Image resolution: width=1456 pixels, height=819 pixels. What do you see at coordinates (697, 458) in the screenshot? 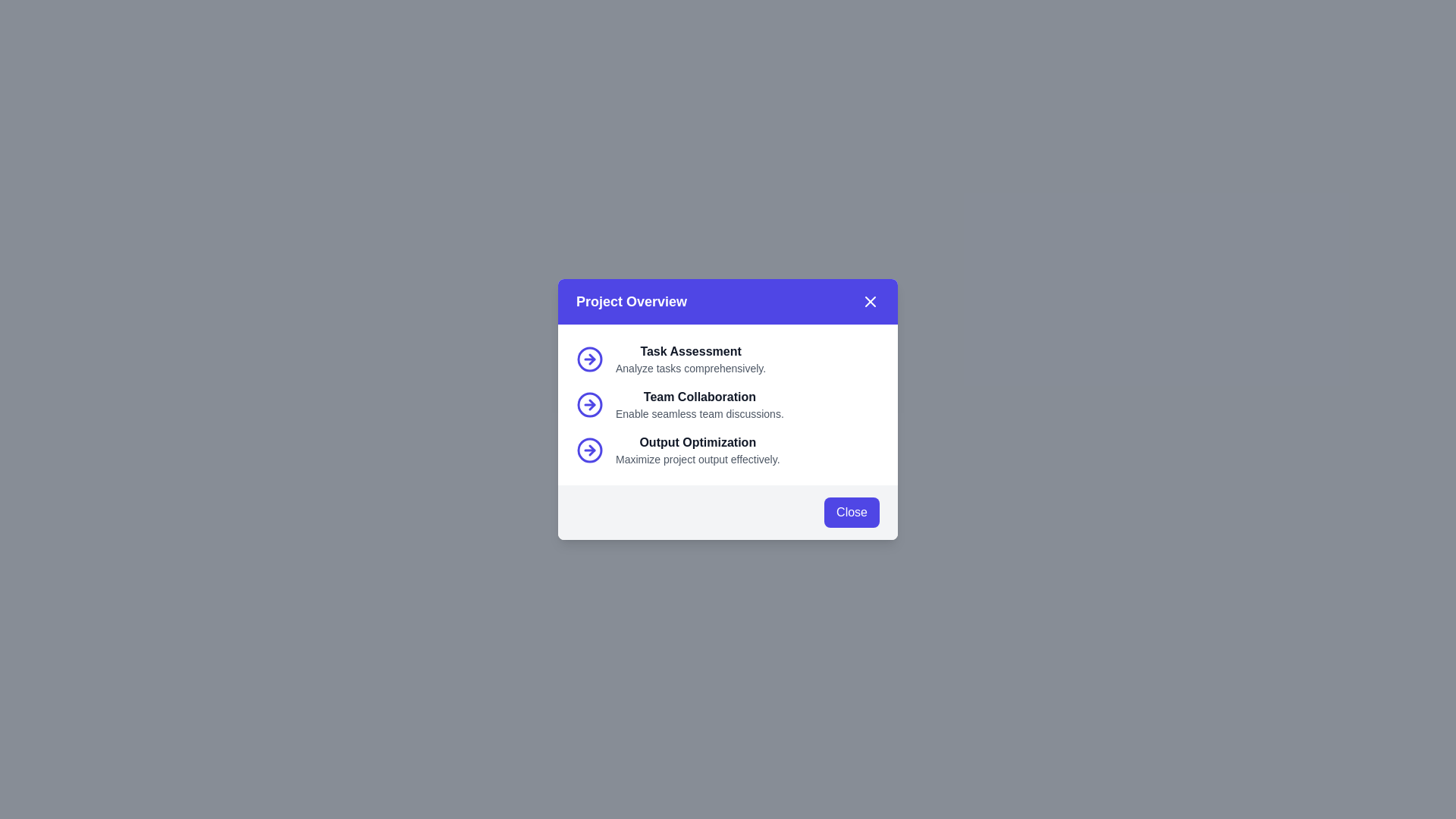
I see `the less prominent text phrase styled in small font and light gray color located directly below the 'Output Optimization' title in the center card of the interface` at bounding box center [697, 458].